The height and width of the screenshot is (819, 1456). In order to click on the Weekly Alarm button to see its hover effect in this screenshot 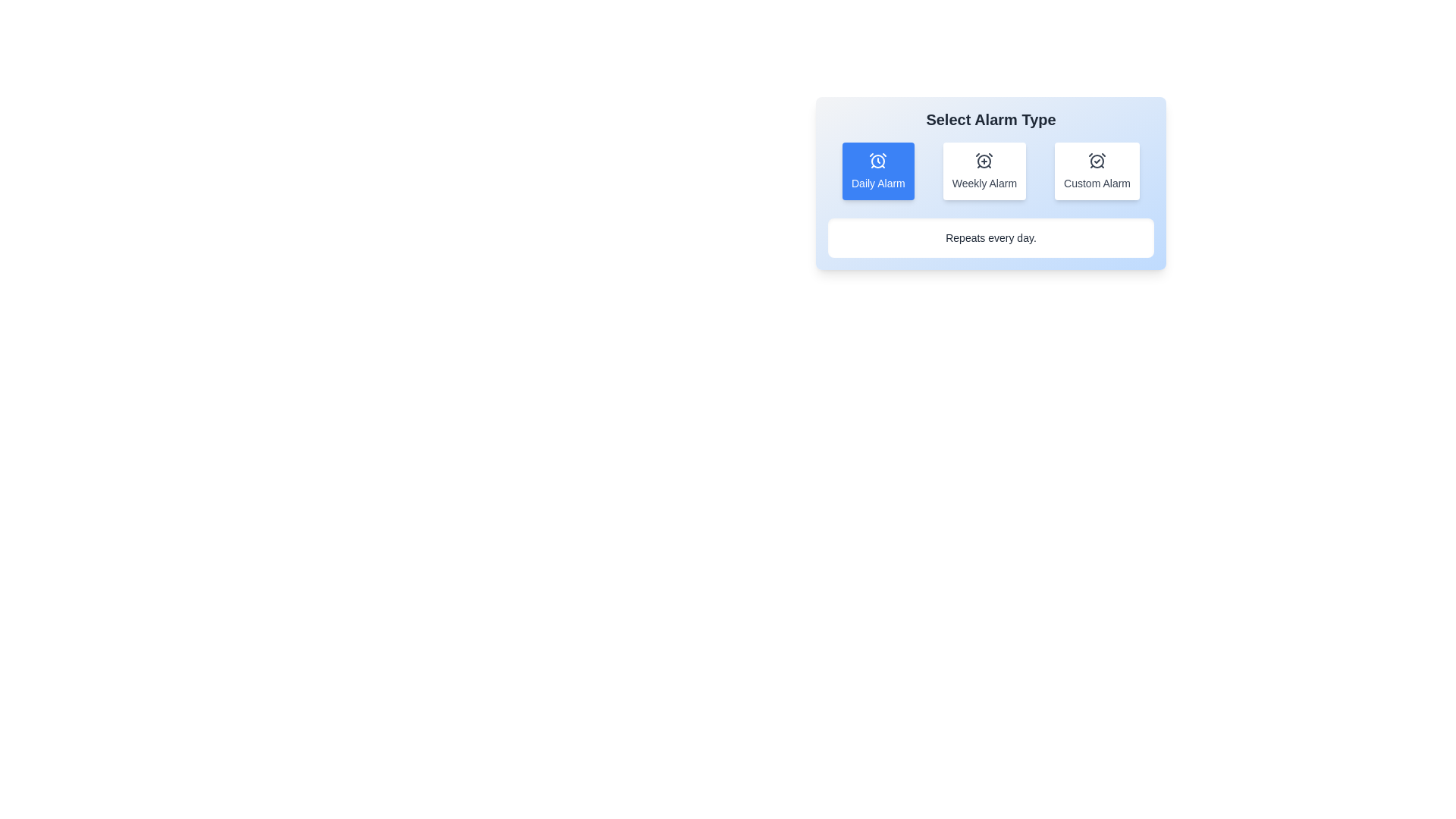, I will do `click(984, 171)`.